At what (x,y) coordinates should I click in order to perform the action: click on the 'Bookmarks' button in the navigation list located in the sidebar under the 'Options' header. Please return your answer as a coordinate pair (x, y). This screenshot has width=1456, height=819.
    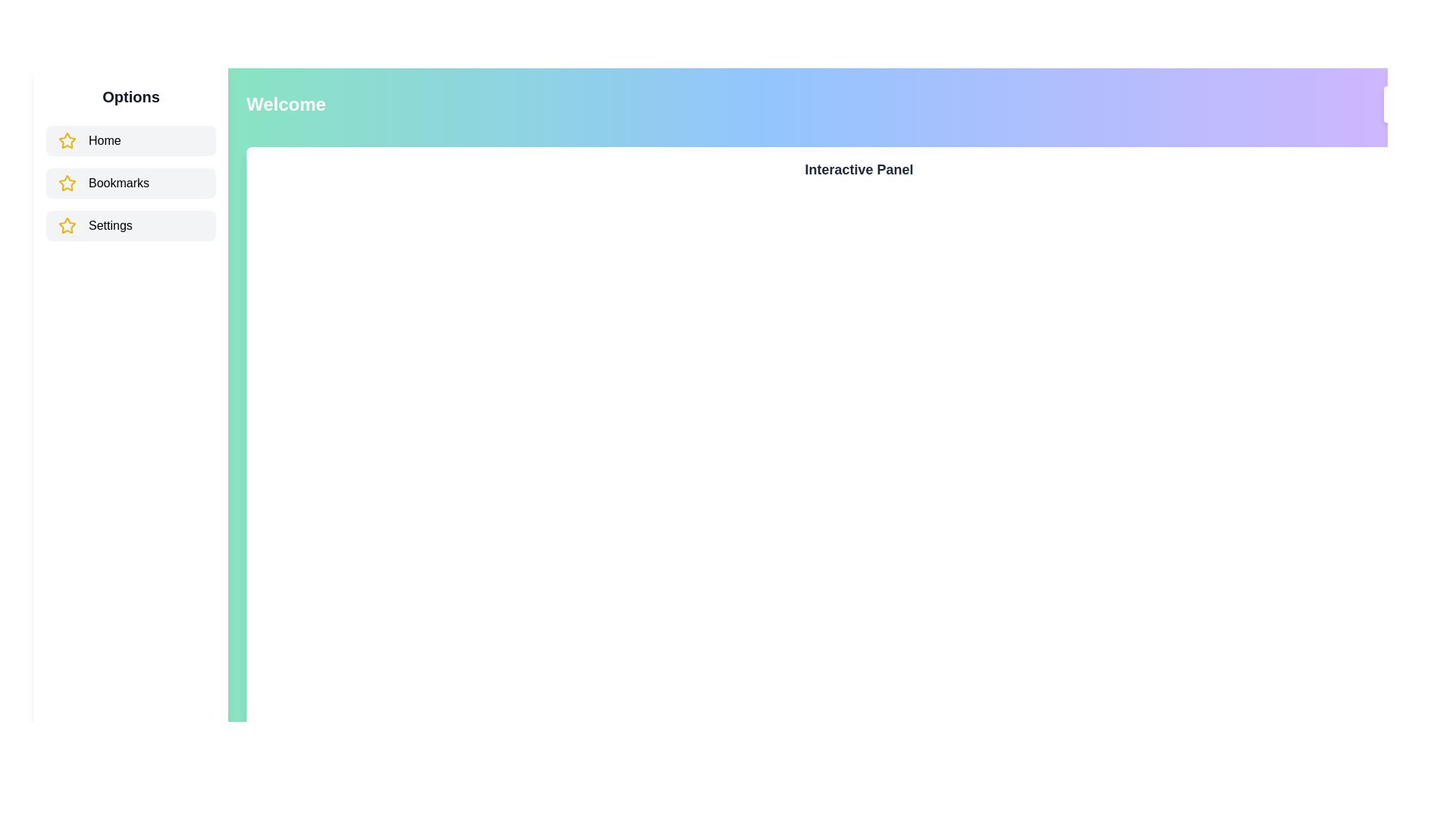
    Looking at the image, I should click on (130, 183).